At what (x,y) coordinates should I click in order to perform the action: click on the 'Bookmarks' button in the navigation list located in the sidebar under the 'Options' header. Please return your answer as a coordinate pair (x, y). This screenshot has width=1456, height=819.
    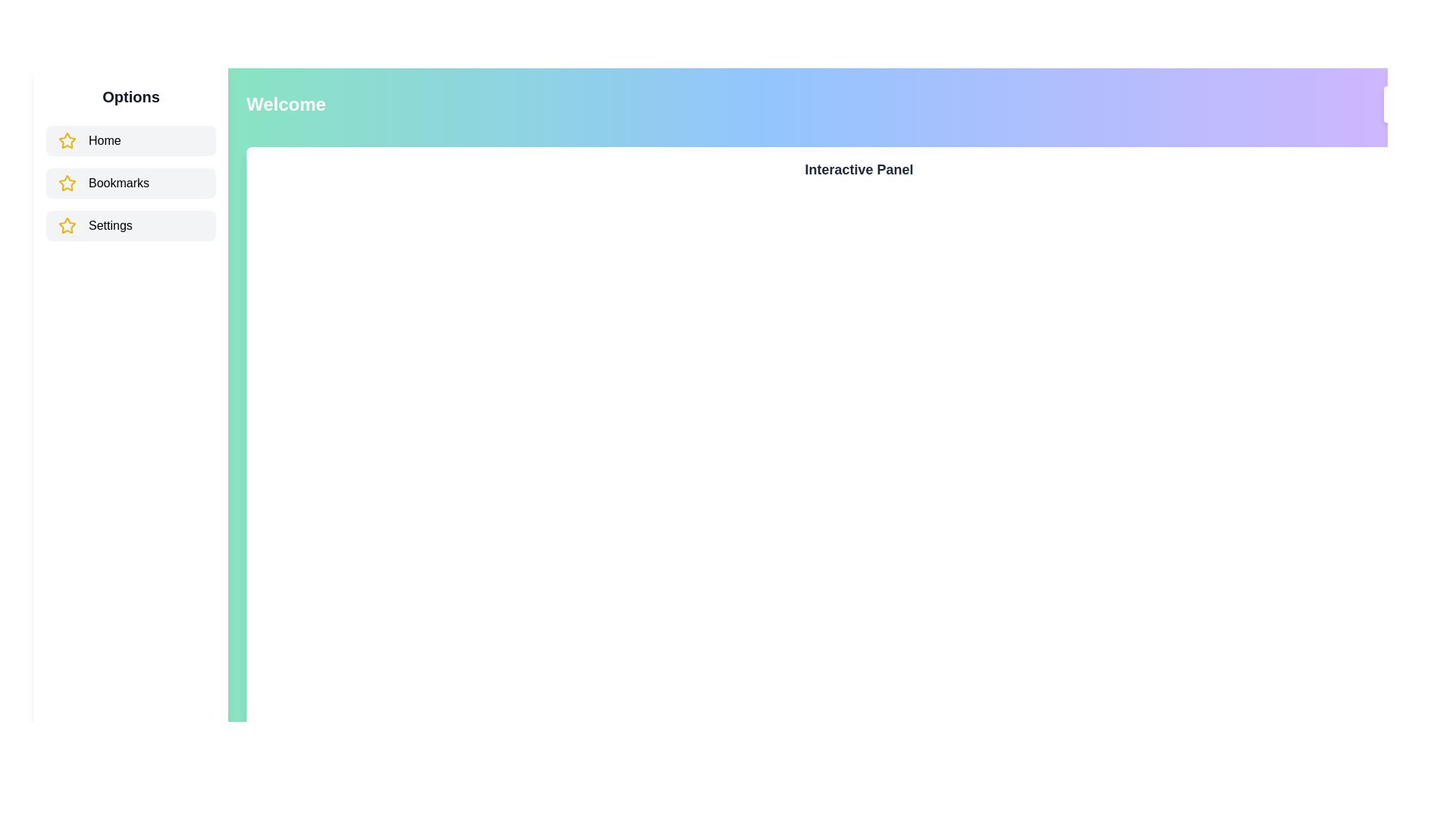
    Looking at the image, I should click on (130, 183).